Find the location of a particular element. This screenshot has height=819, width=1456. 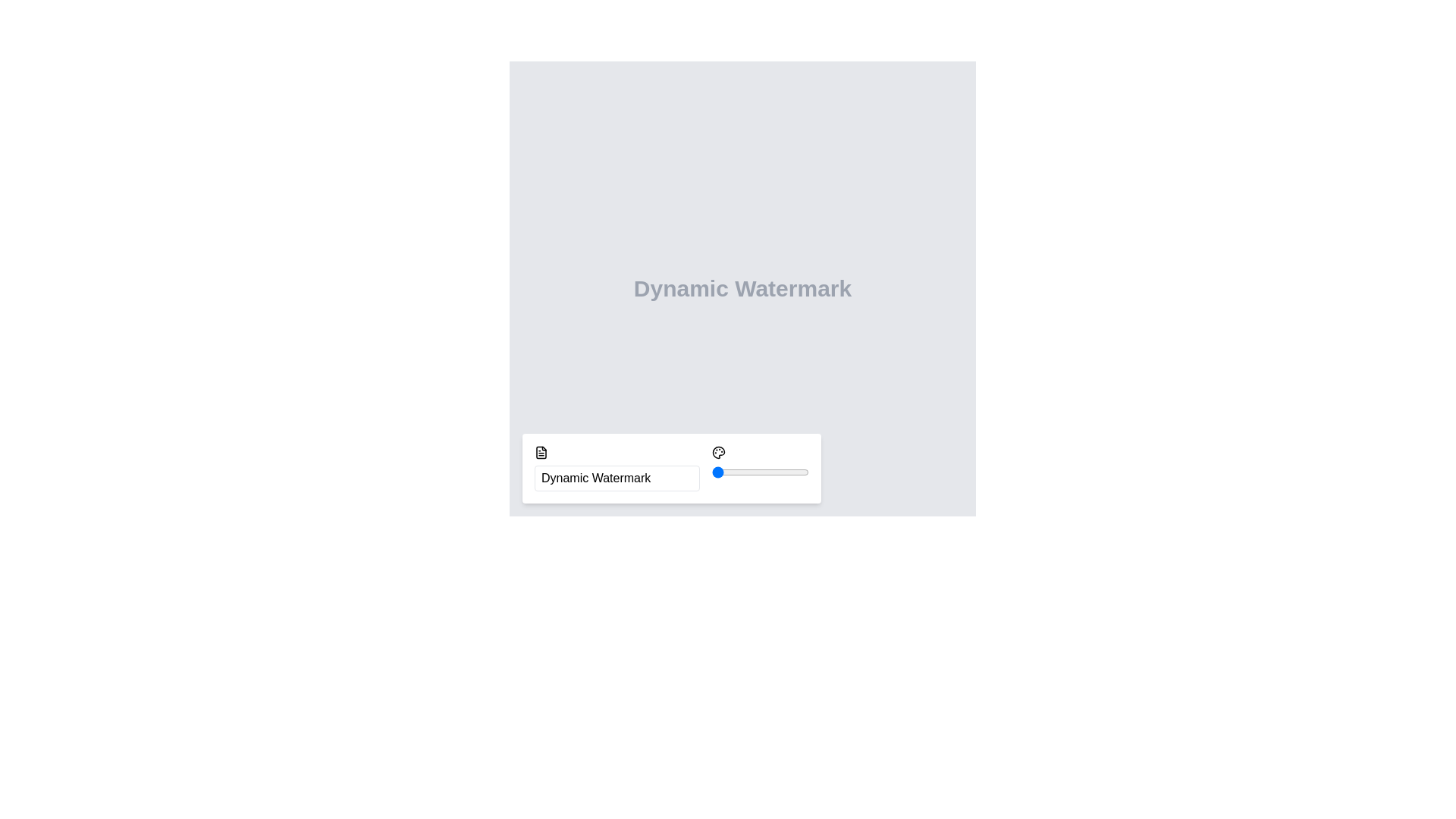

rotation angle is located at coordinates (720, 472).